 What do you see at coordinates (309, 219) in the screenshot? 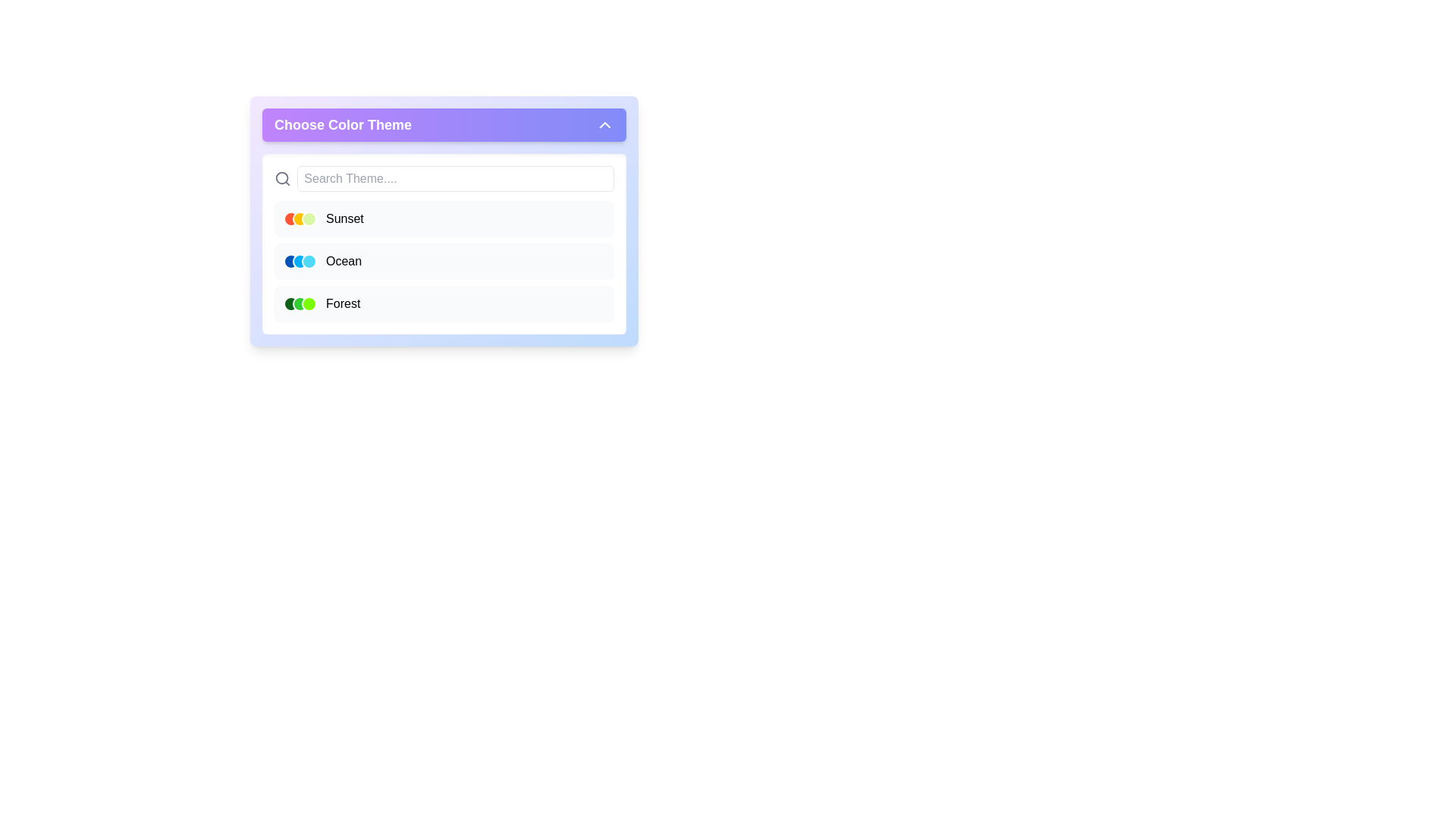
I see `the third circular indicator with a lime-green fill color and a white border, which is located to the right of the 'Sunset' label in the color theme selection panel` at bounding box center [309, 219].